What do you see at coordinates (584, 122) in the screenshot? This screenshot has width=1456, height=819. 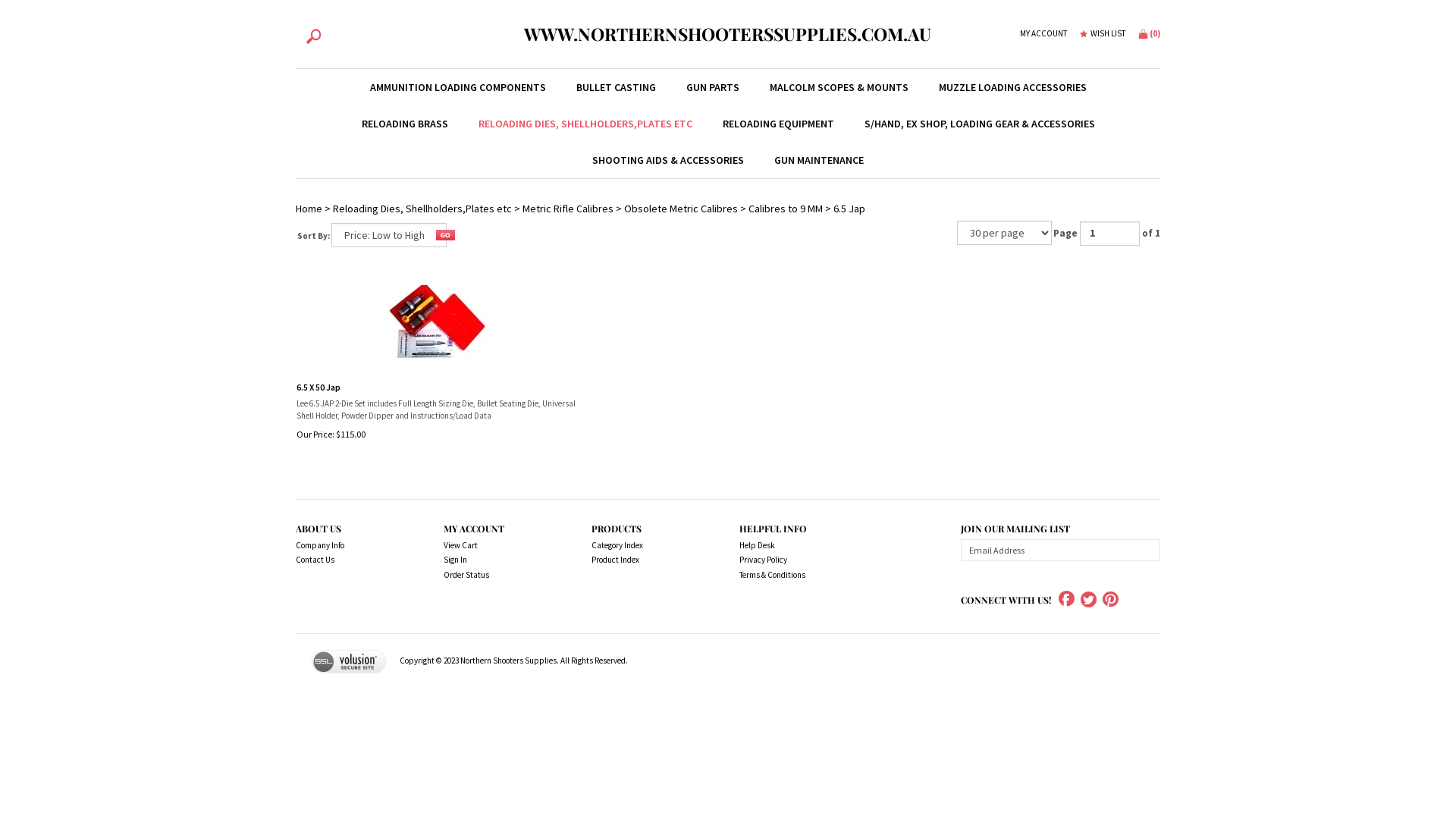 I see `'RELOADING DIES, SHELLHOLDERS,PLATES ETC'` at bounding box center [584, 122].